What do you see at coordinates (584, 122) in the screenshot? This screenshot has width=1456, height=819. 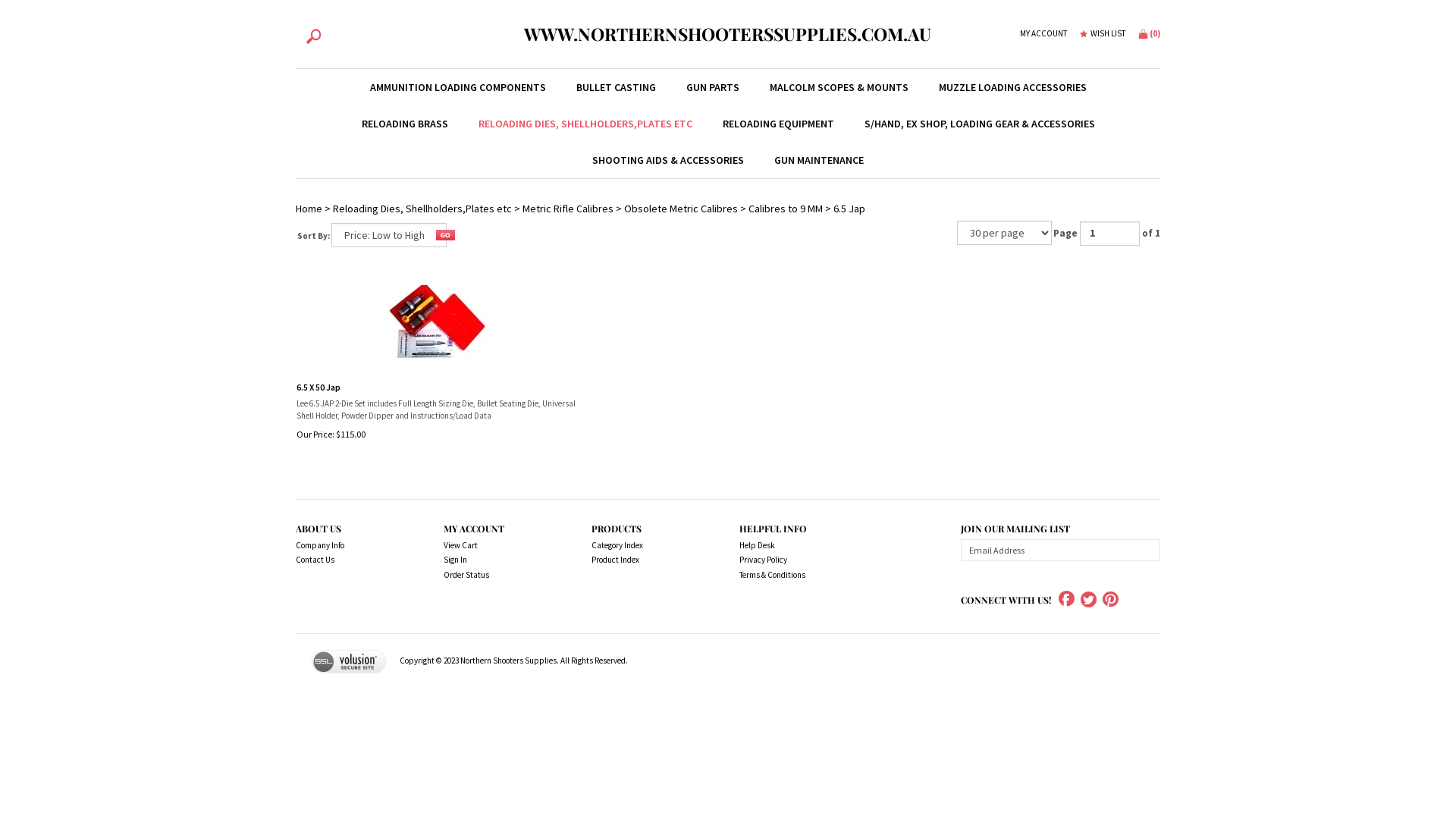 I see `'RELOADING DIES, SHELLHOLDERS,PLATES ETC'` at bounding box center [584, 122].